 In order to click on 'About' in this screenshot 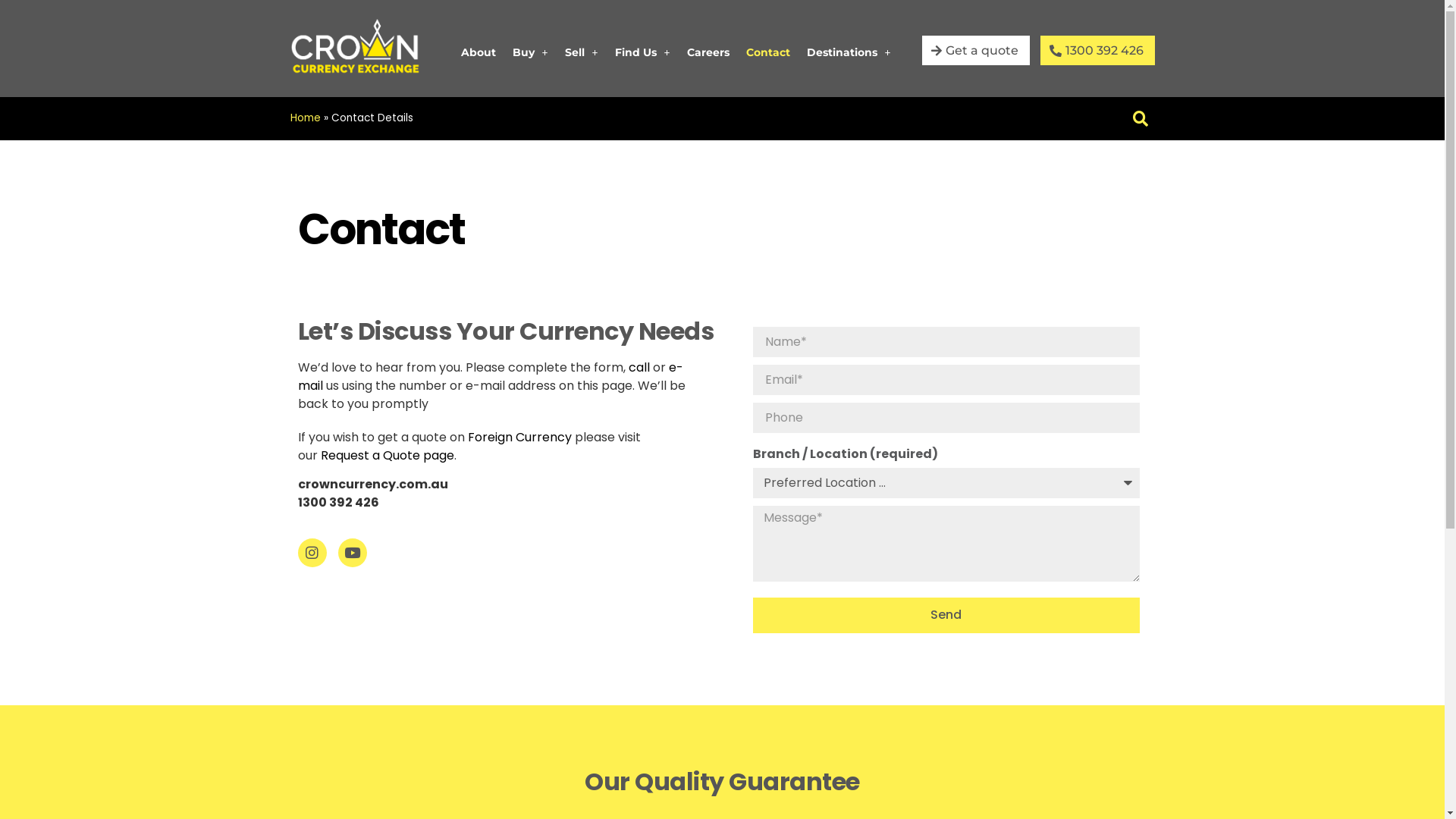, I will do `click(451, 52)`.